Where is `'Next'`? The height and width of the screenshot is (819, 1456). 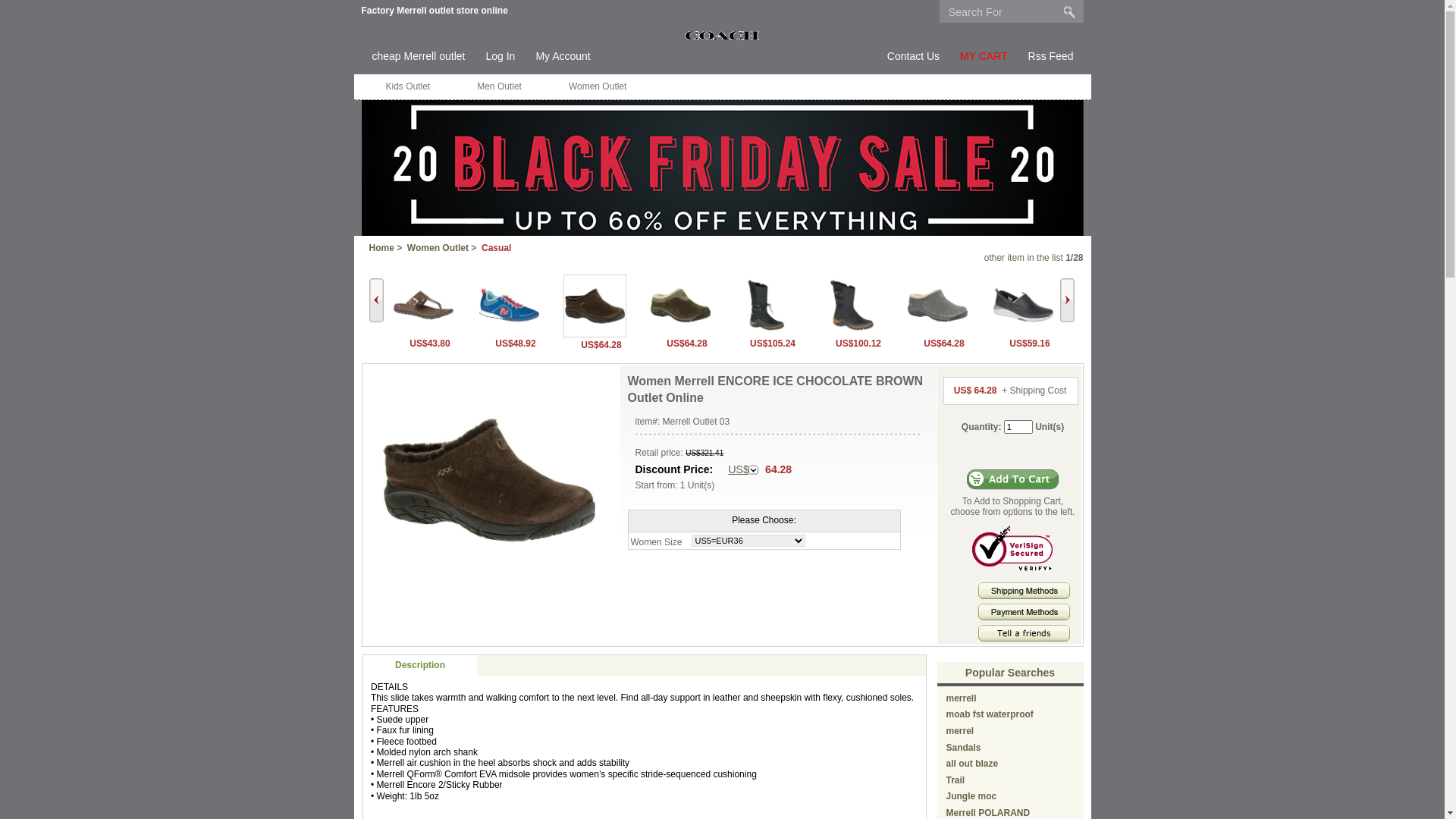 'Next' is located at coordinates (1059, 300).